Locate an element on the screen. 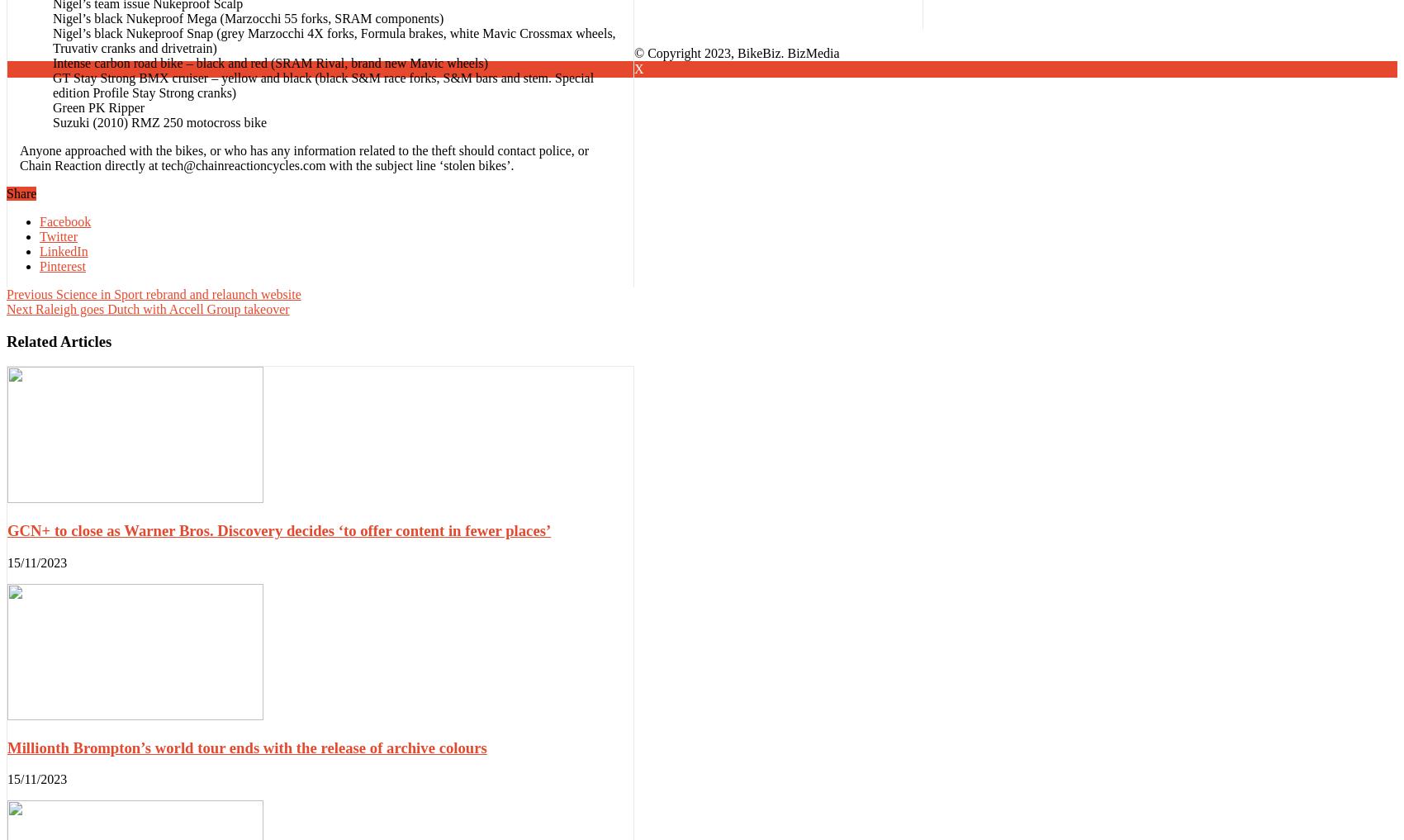  'Pinterest' is located at coordinates (39, 265).